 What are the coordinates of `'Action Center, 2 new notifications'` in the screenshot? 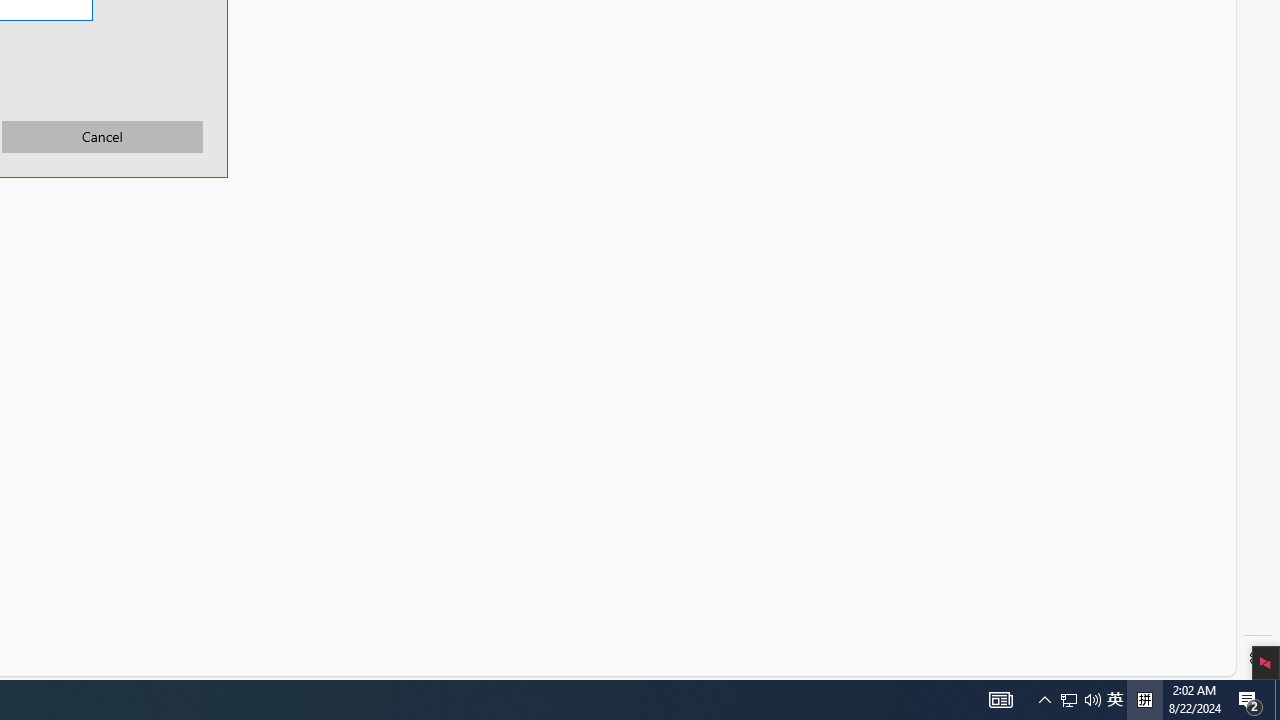 It's located at (1250, 698).